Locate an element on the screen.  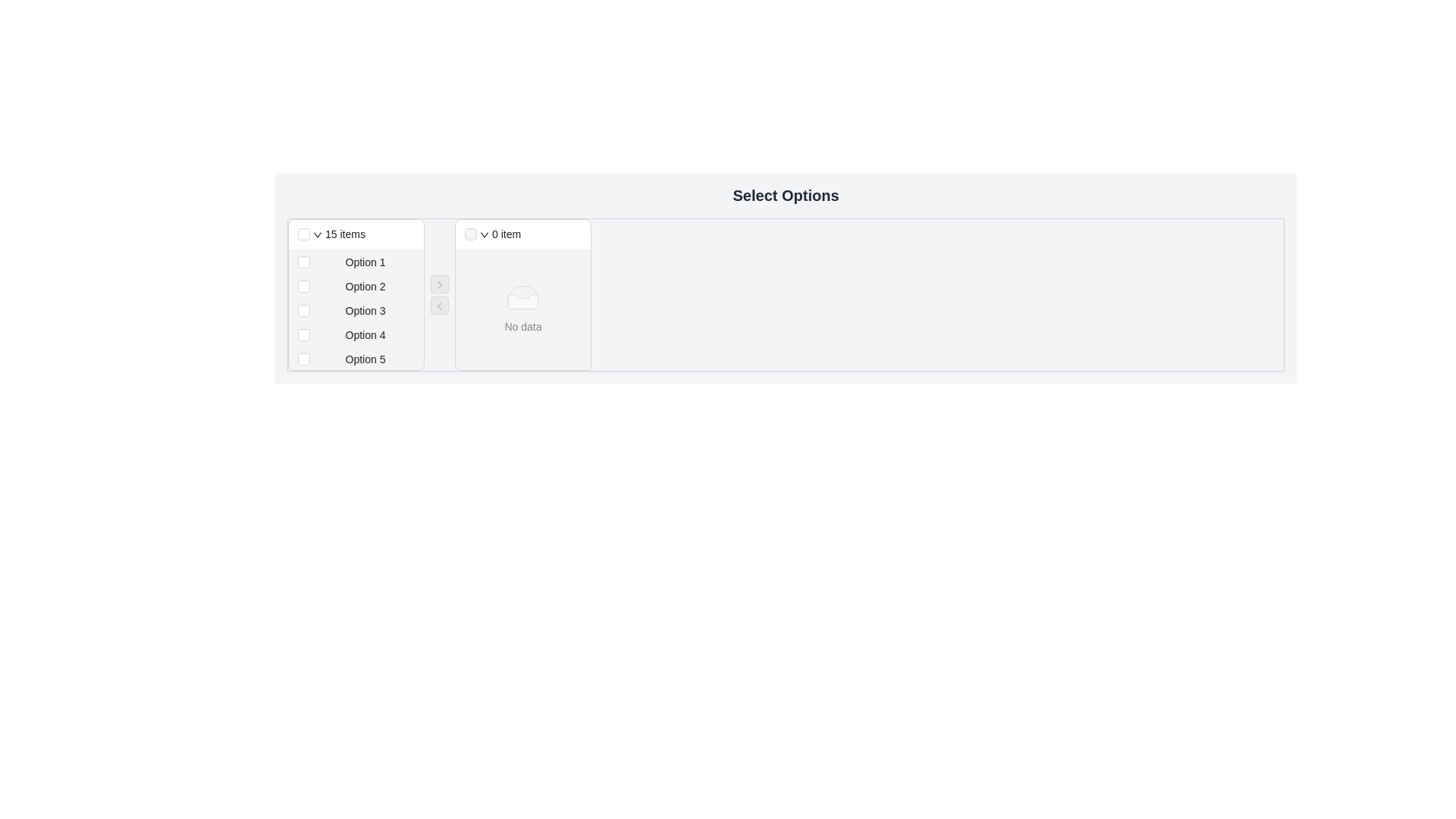
the lower arrow button in the button group to transfer selected items back to the list on the left is located at coordinates (439, 295).